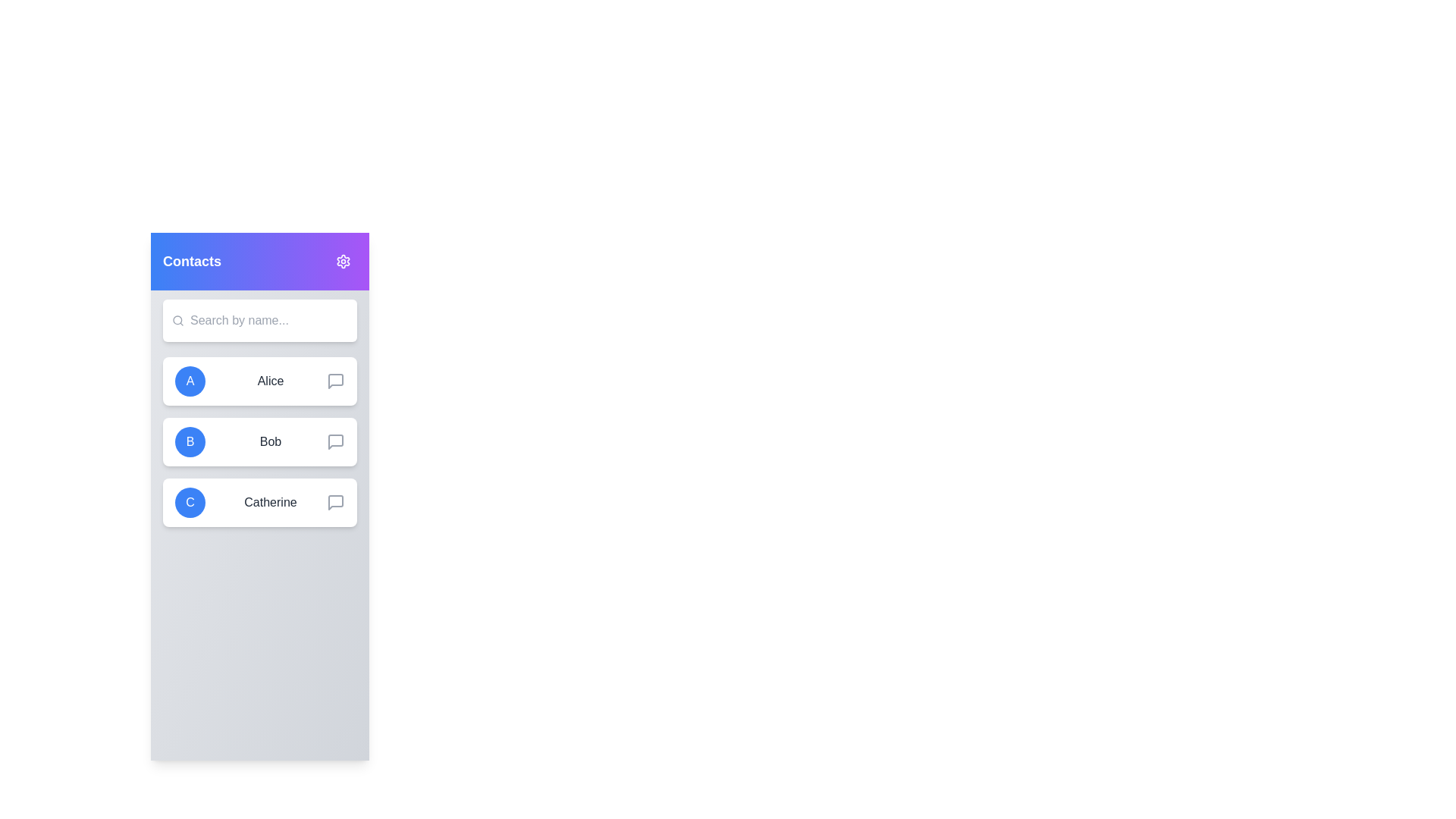 This screenshot has width=1456, height=819. What do you see at coordinates (334, 380) in the screenshot?
I see `the message icon next to the contact named Alice` at bounding box center [334, 380].